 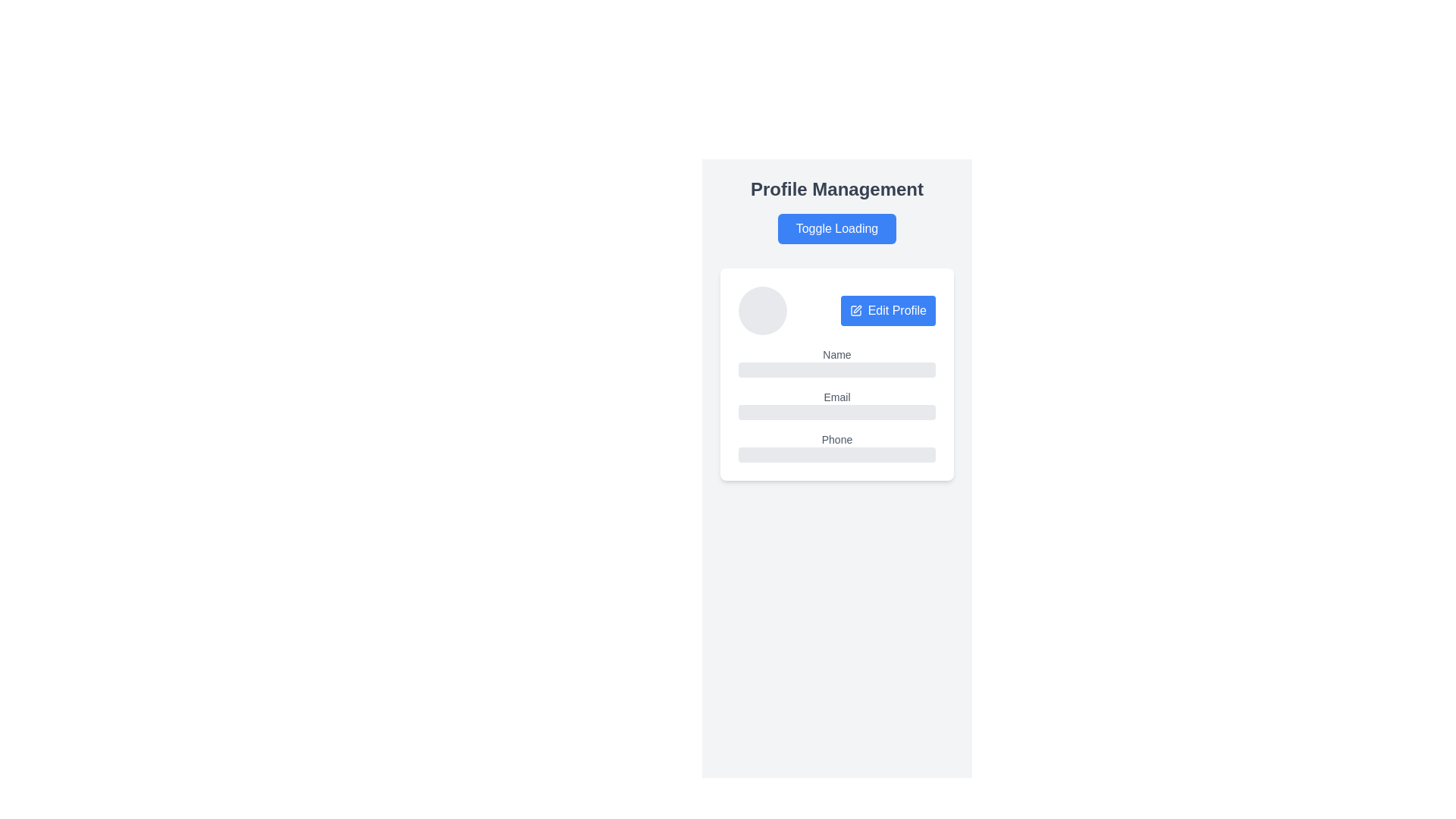 What do you see at coordinates (836, 354) in the screenshot?
I see `the static text labeled 'Name' which is styled in gray and appears above an input-like placeholder bar` at bounding box center [836, 354].